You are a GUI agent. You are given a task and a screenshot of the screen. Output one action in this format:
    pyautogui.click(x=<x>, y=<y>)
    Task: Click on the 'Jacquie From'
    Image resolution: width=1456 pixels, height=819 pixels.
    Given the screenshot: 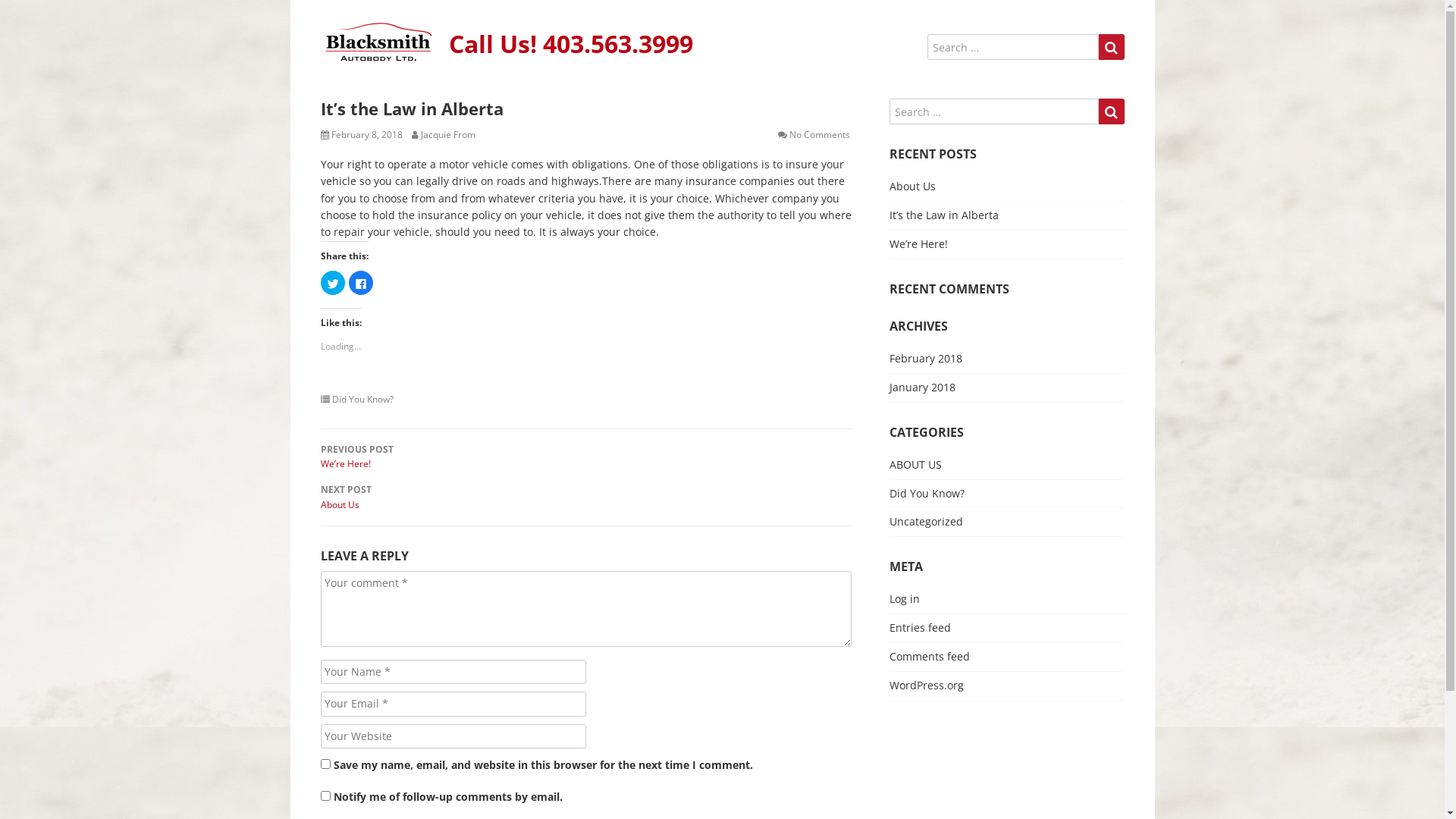 What is the action you would take?
    pyautogui.click(x=419, y=133)
    